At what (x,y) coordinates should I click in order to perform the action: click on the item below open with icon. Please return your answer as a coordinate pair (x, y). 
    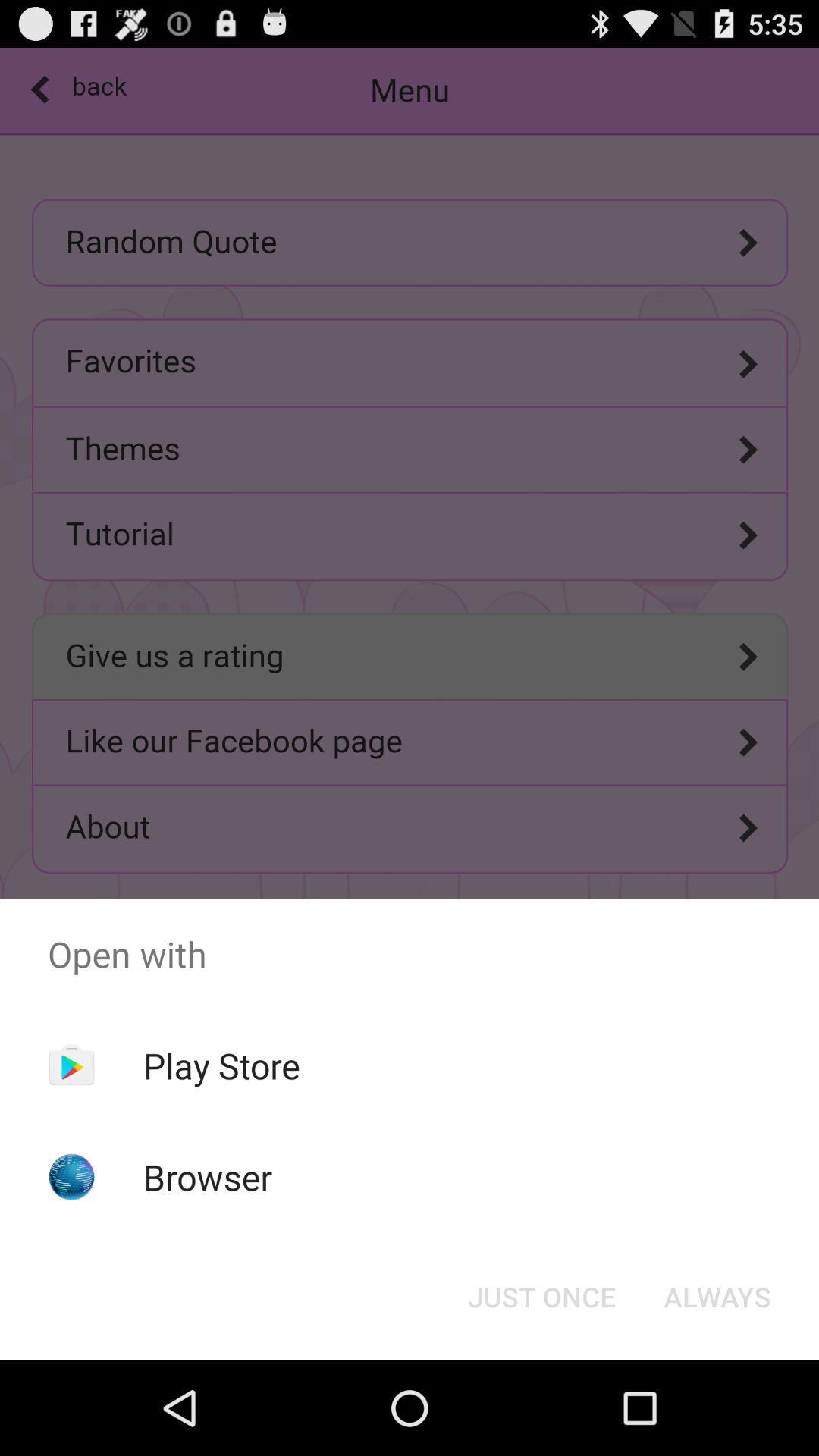
    Looking at the image, I should click on (541, 1295).